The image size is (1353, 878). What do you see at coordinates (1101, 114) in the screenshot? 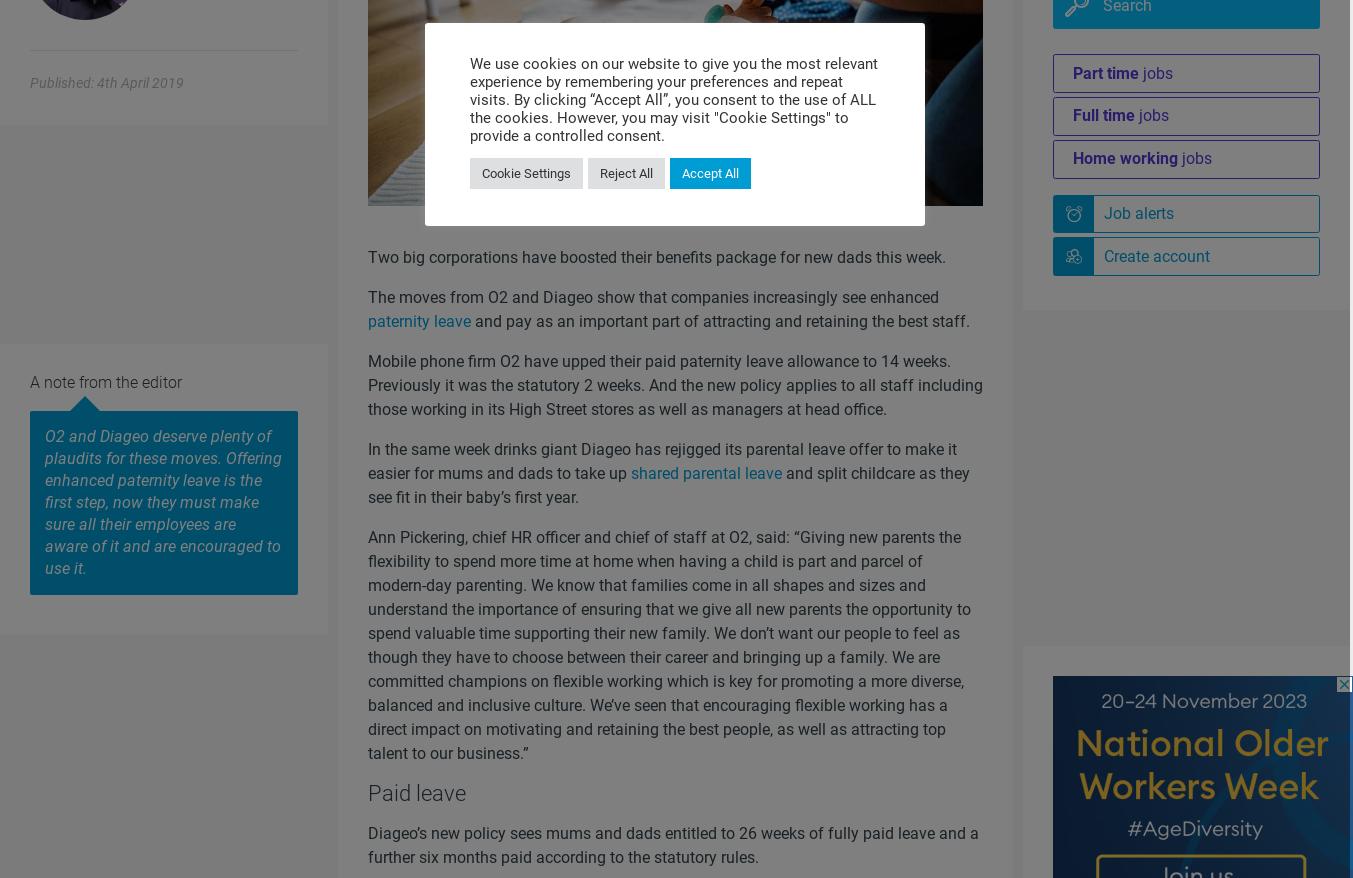
I see `'Full time'` at bounding box center [1101, 114].